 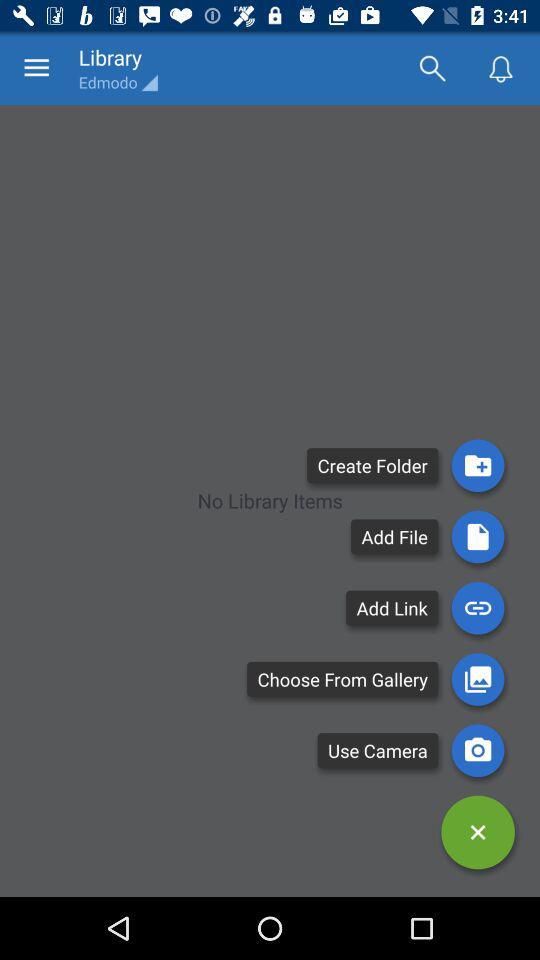 I want to click on open camera, so click(x=477, y=749).